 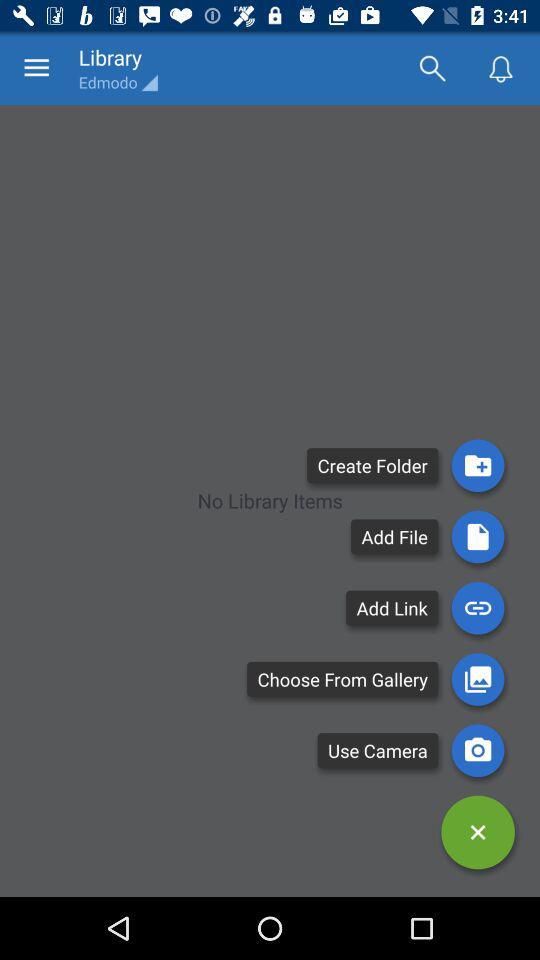 I want to click on open camera, so click(x=477, y=749).